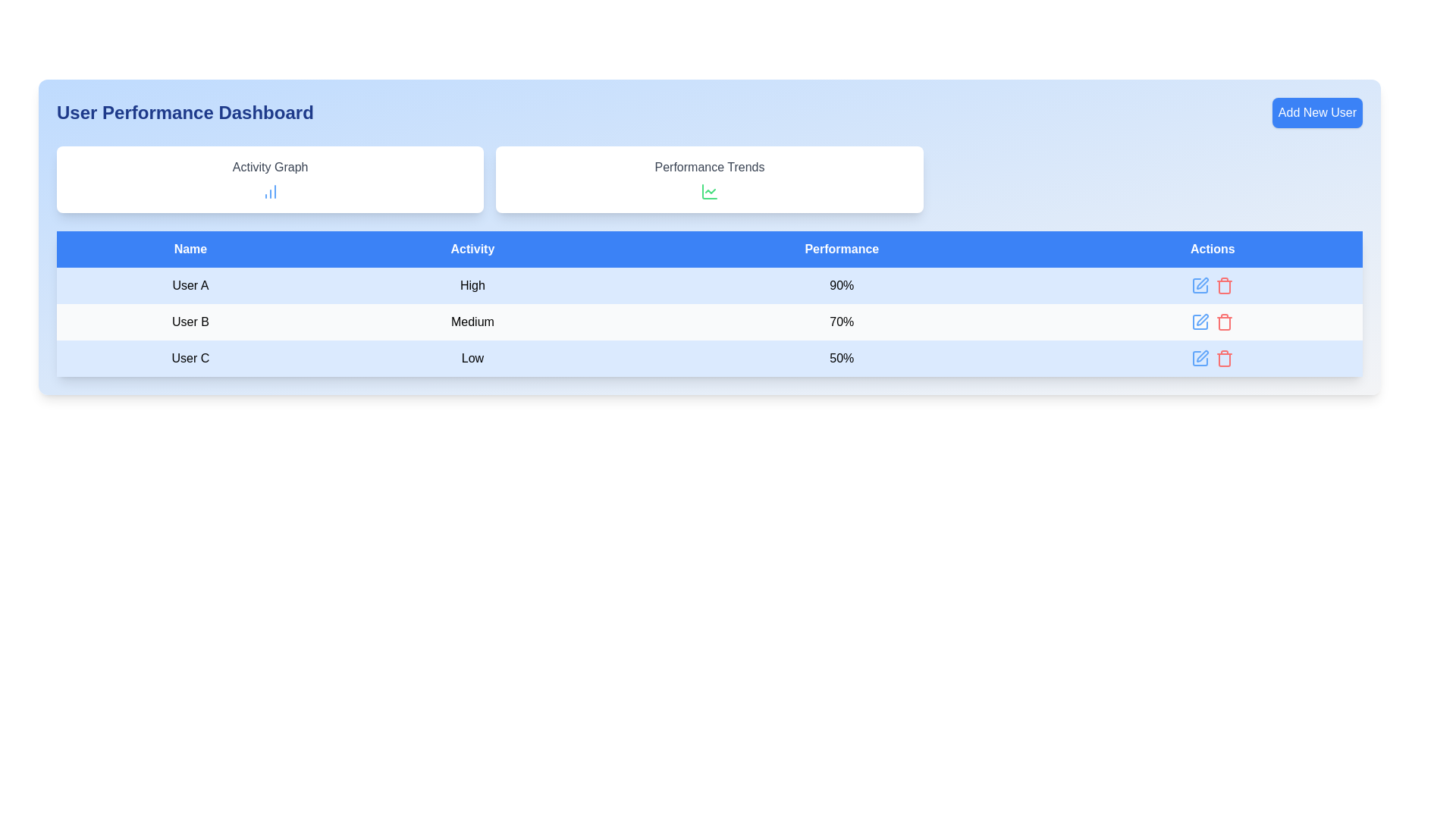 This screenshot has width=1456, height=819. What do you see at coordinates (1200, 321) in the screenshot?
I see `the edit button, which is the first icon in the 'Actions' column of the second row of the table displayed in the lower section of the interface, to change its visual state` at bounding box center [1200, 321].